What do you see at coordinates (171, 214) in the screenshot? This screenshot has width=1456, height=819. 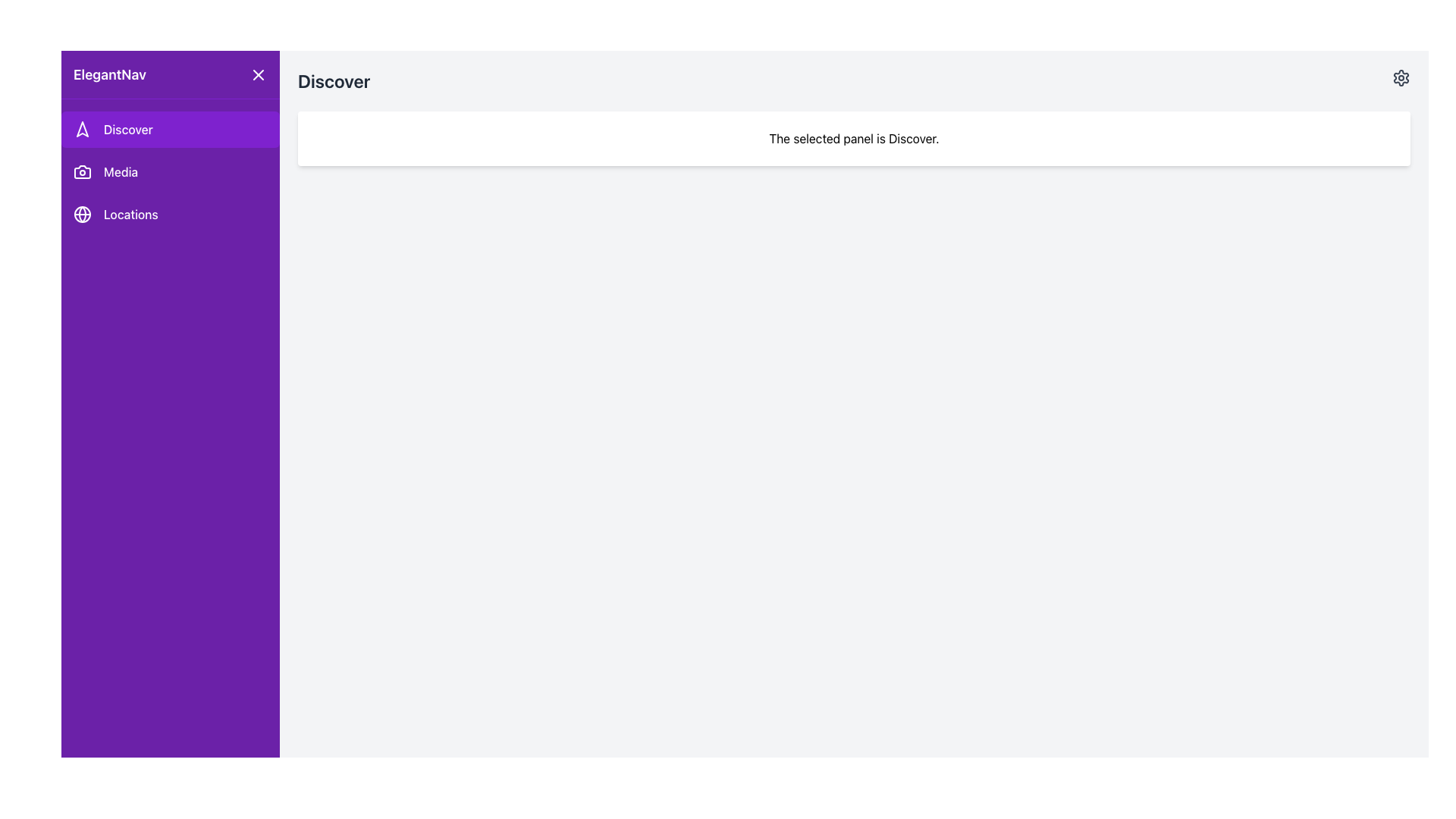 I see `the 'Locations' button in the purple sidebar navigation menu` at bounding box center [171, 214].